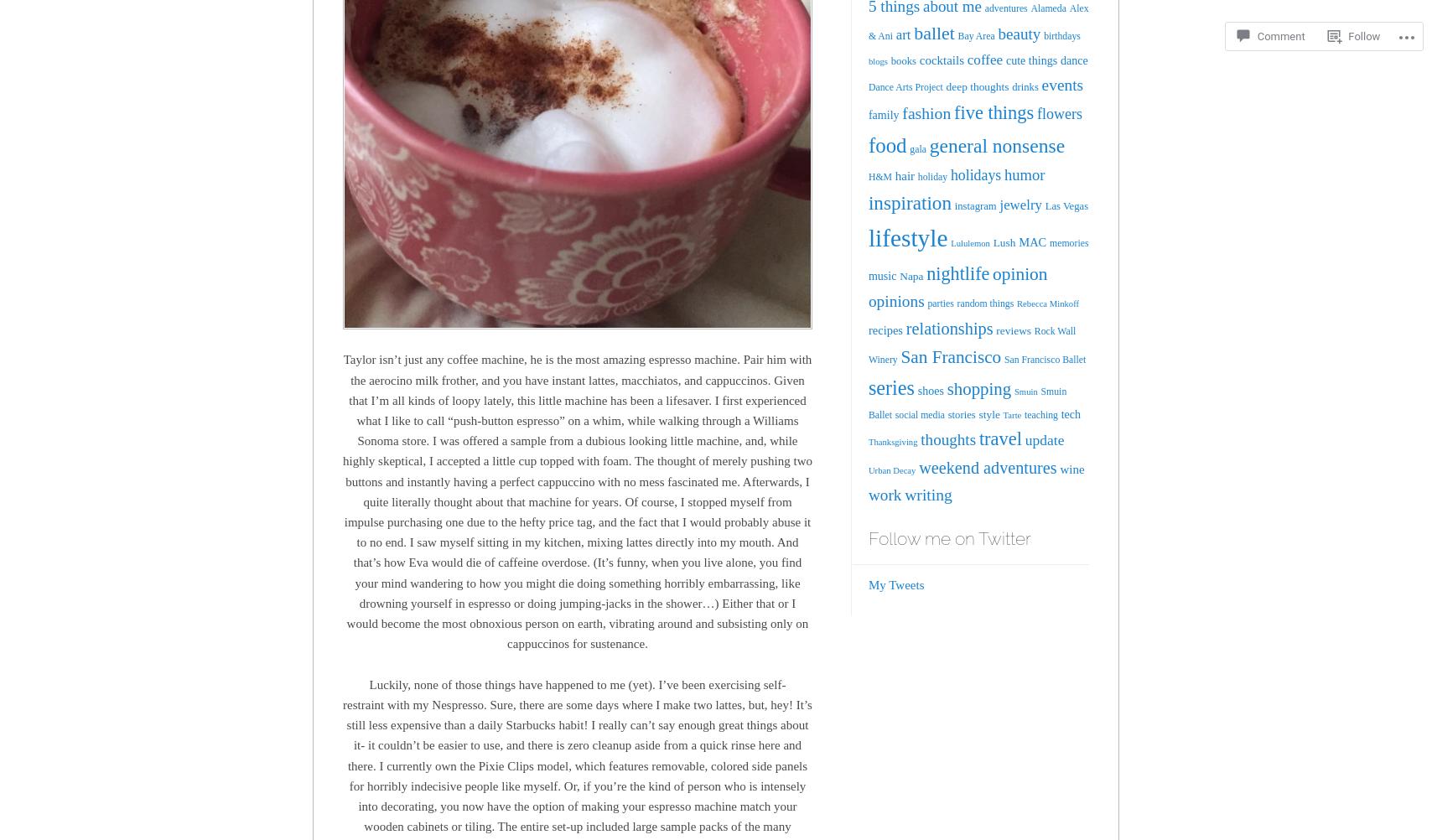 The image size is (1432, 840). What do you see at coordinates (996, 145) in the screenshot?
I see `'general nonsense'` at bounding box center [996, 145].